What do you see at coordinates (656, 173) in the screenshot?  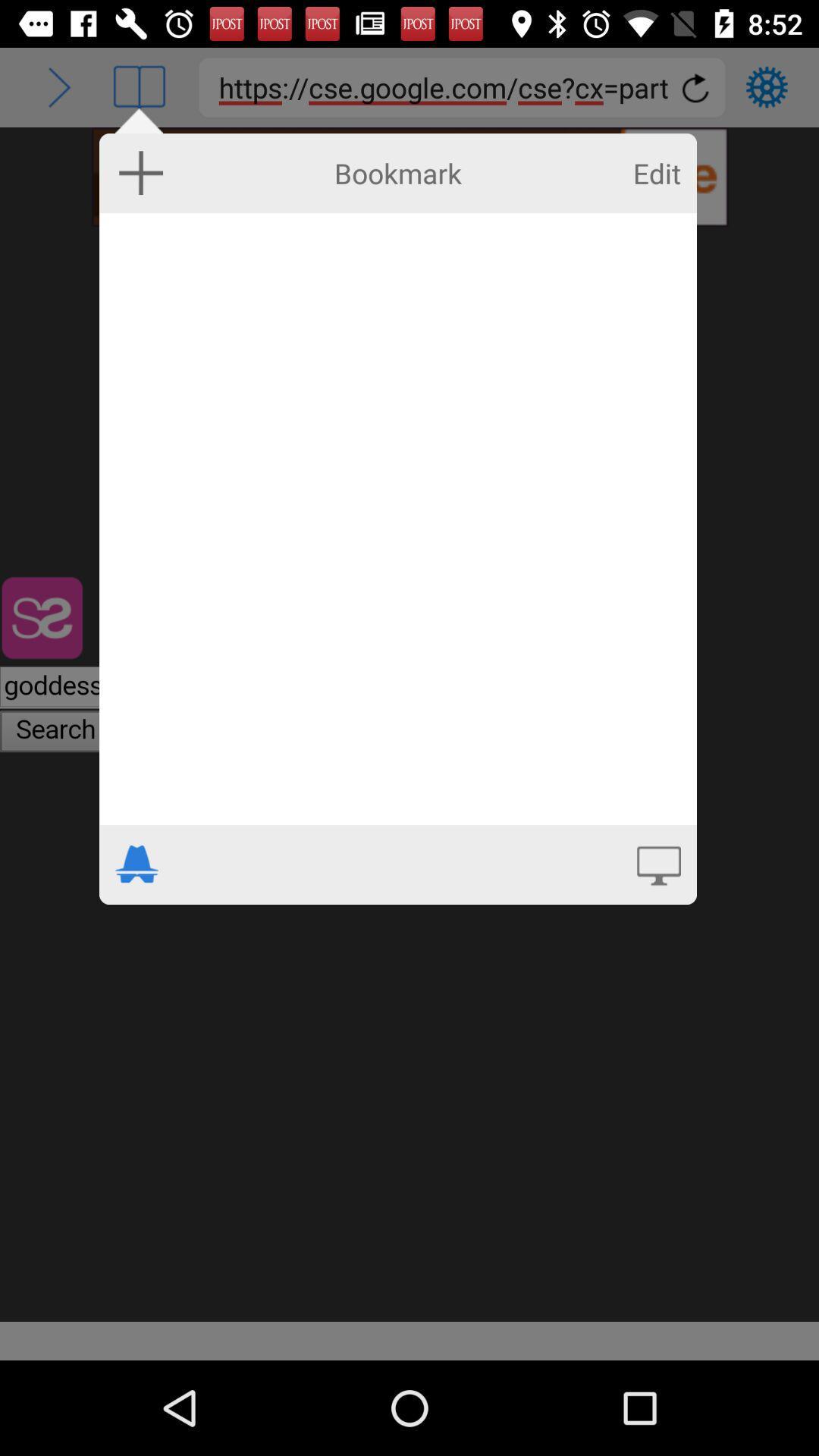 I see `the icon at the top right corner` at bounding box center [656, 173].